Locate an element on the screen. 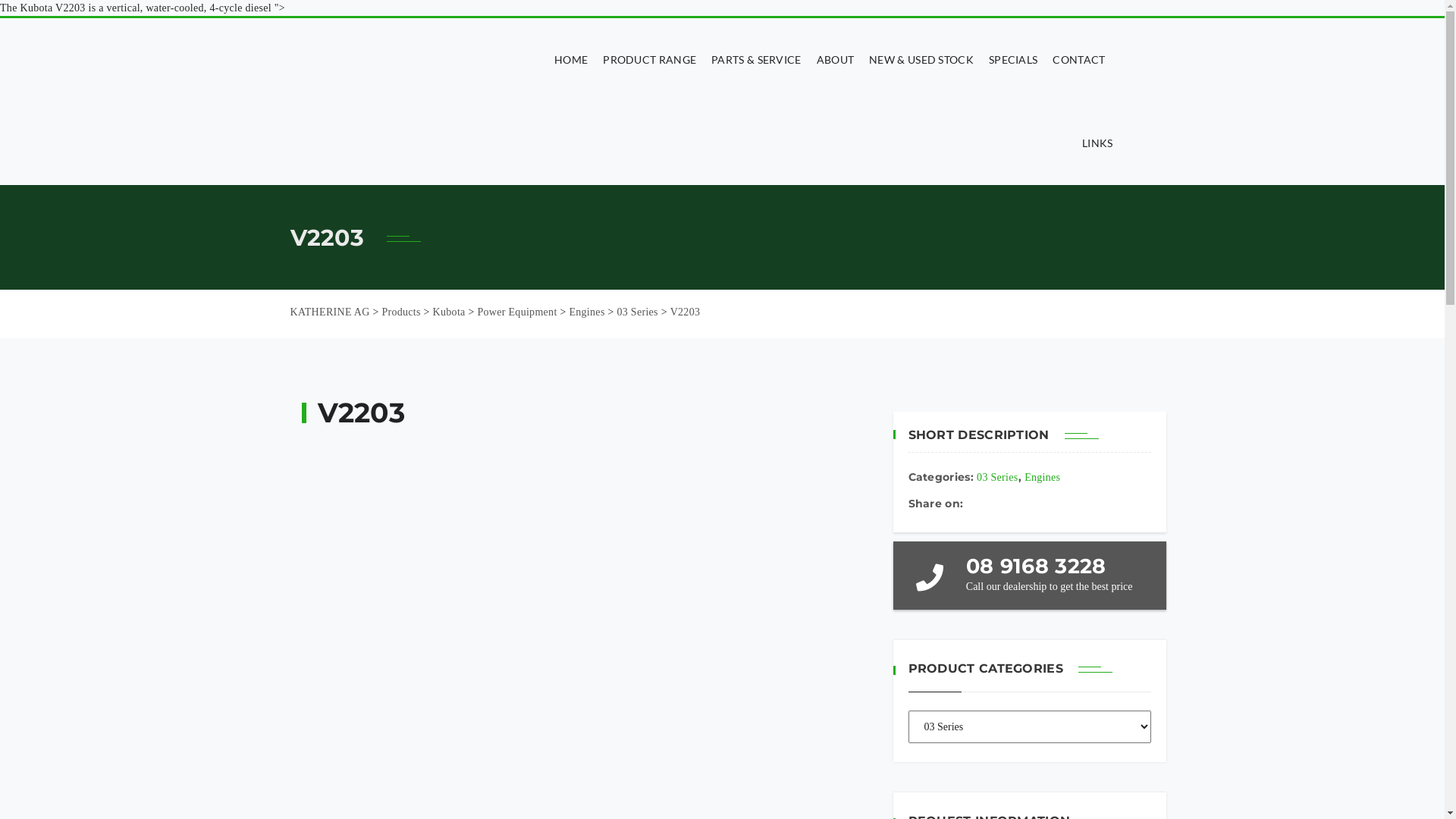 The image size is (1456, 819). 'PRODUCT RANGE' is located at coordinates (649, 58).